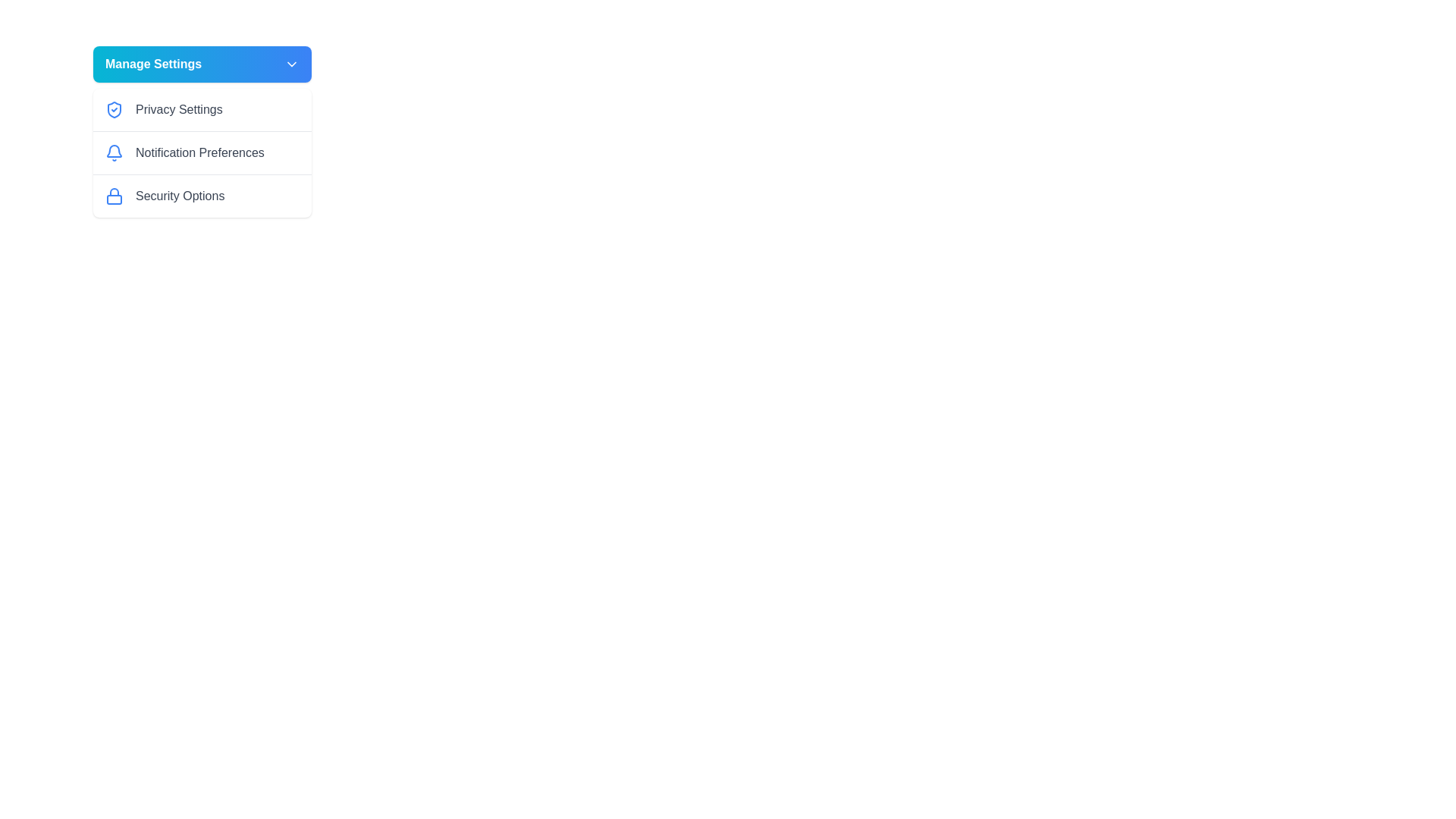 The image size is (1456, 819). Describe the element at coordinates (202, 109) in the screenshot. I see `the first button or link` at that location.